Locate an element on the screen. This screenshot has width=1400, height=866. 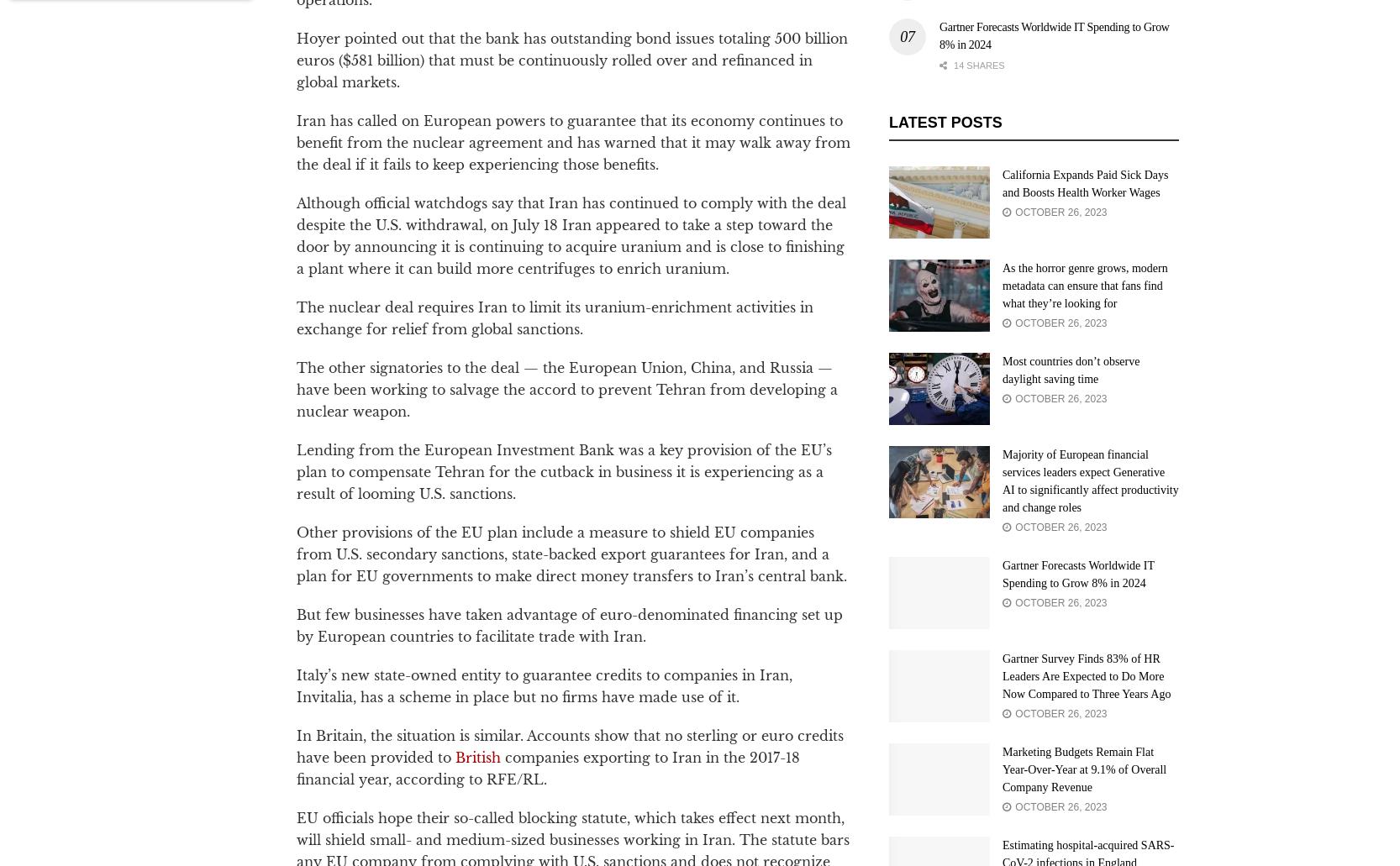
'Although official watchdogs say that Iran has continued to comply with the deal despite the U.S. withdrawal, on July 18 Iran appeared to take a step toward the door by announcing it is continuing to acquire uranium and is close to finishing a plant where it can build more centrifuges to enrich uranium.' is located at coordinates (571, 235).